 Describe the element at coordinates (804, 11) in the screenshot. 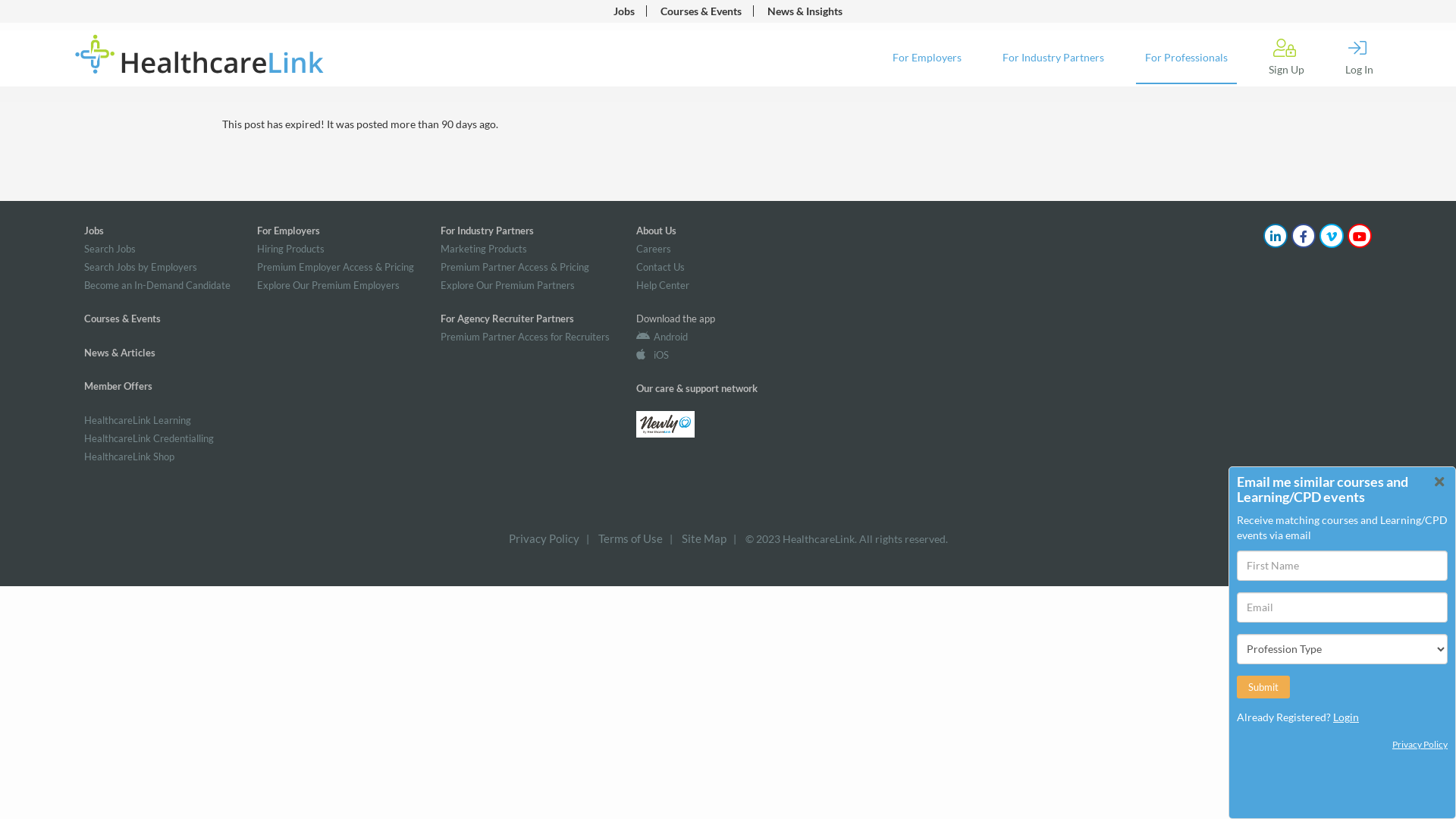

I see `'News & Insights'` at that location.